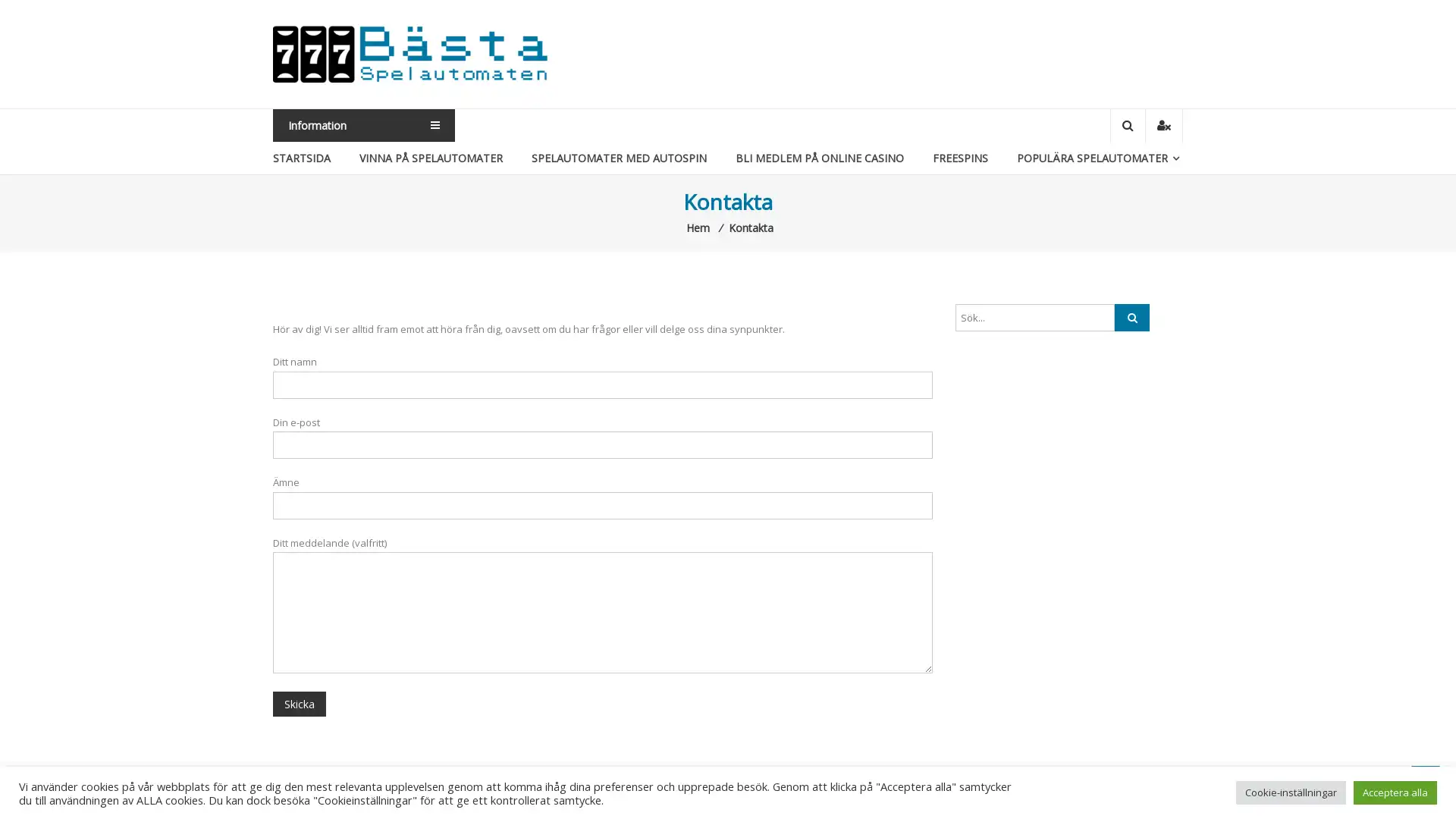 The image size is (1456, 819). I want to click on Acceptera alla, so click(1395, 792).